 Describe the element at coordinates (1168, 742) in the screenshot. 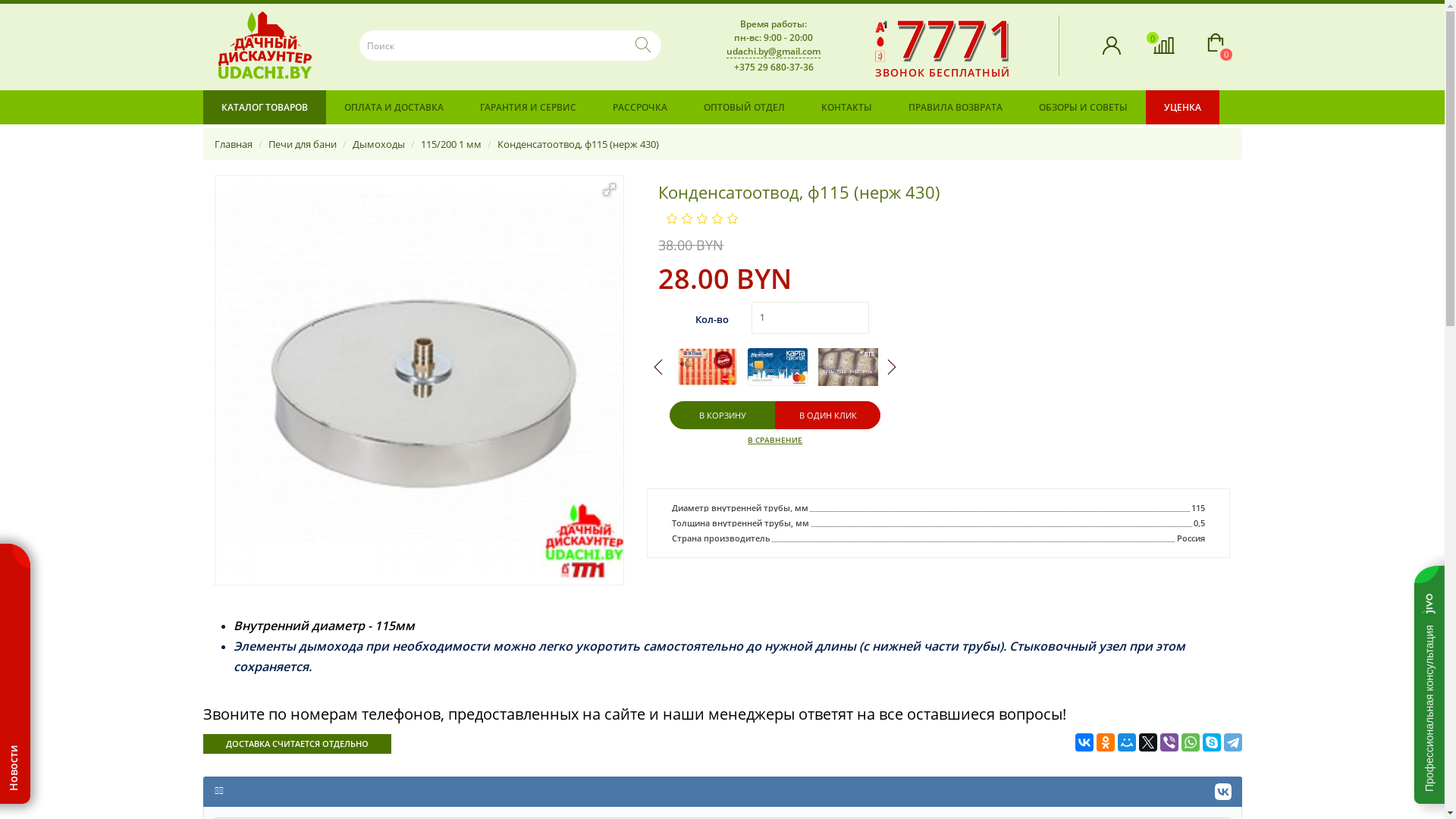

I see `'Viber'` at that location.